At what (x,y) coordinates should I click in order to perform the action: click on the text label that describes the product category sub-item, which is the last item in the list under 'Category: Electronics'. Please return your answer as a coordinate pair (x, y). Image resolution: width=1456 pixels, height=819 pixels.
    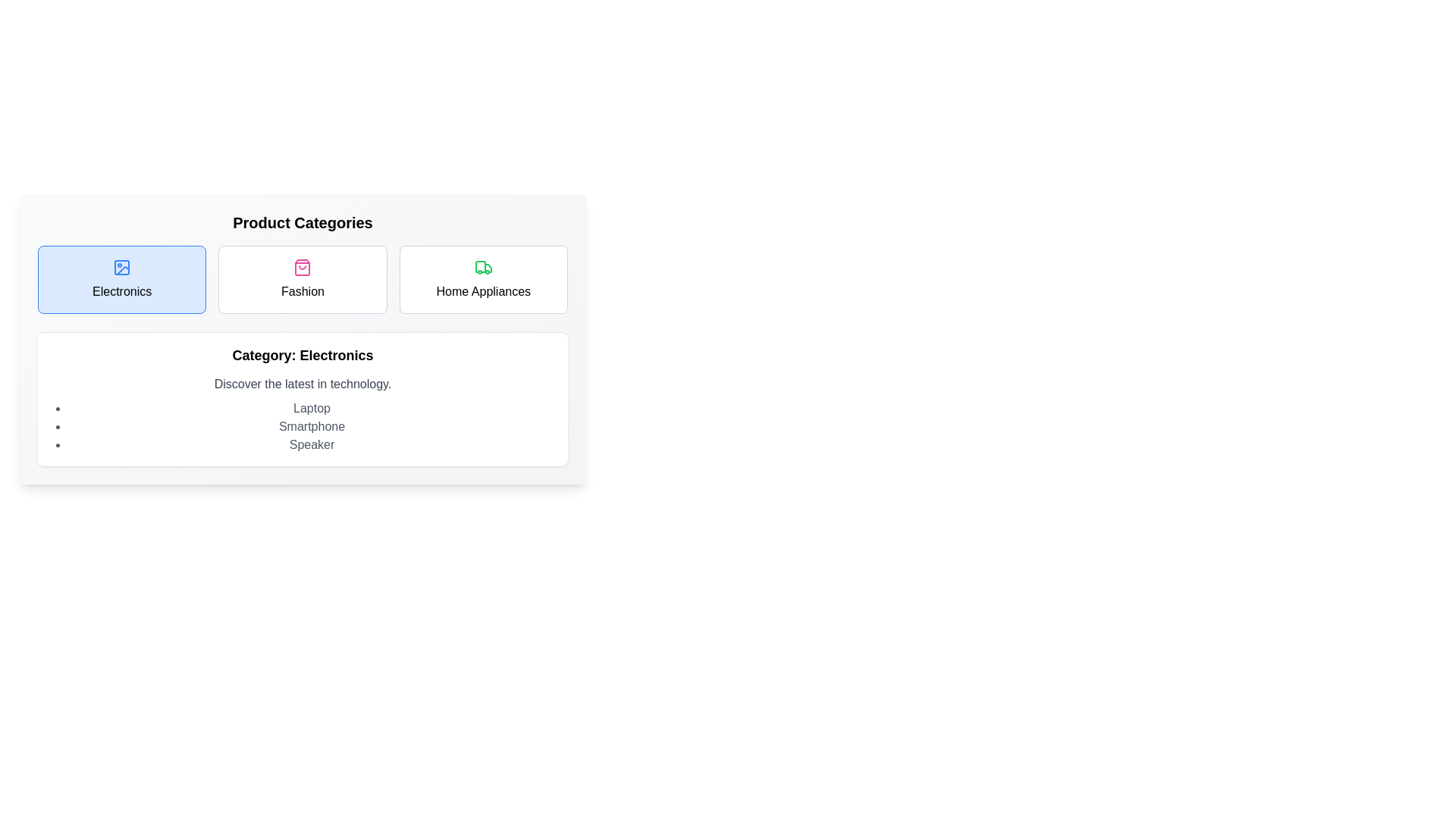
    Looking at the image, I should click on (311, 444).